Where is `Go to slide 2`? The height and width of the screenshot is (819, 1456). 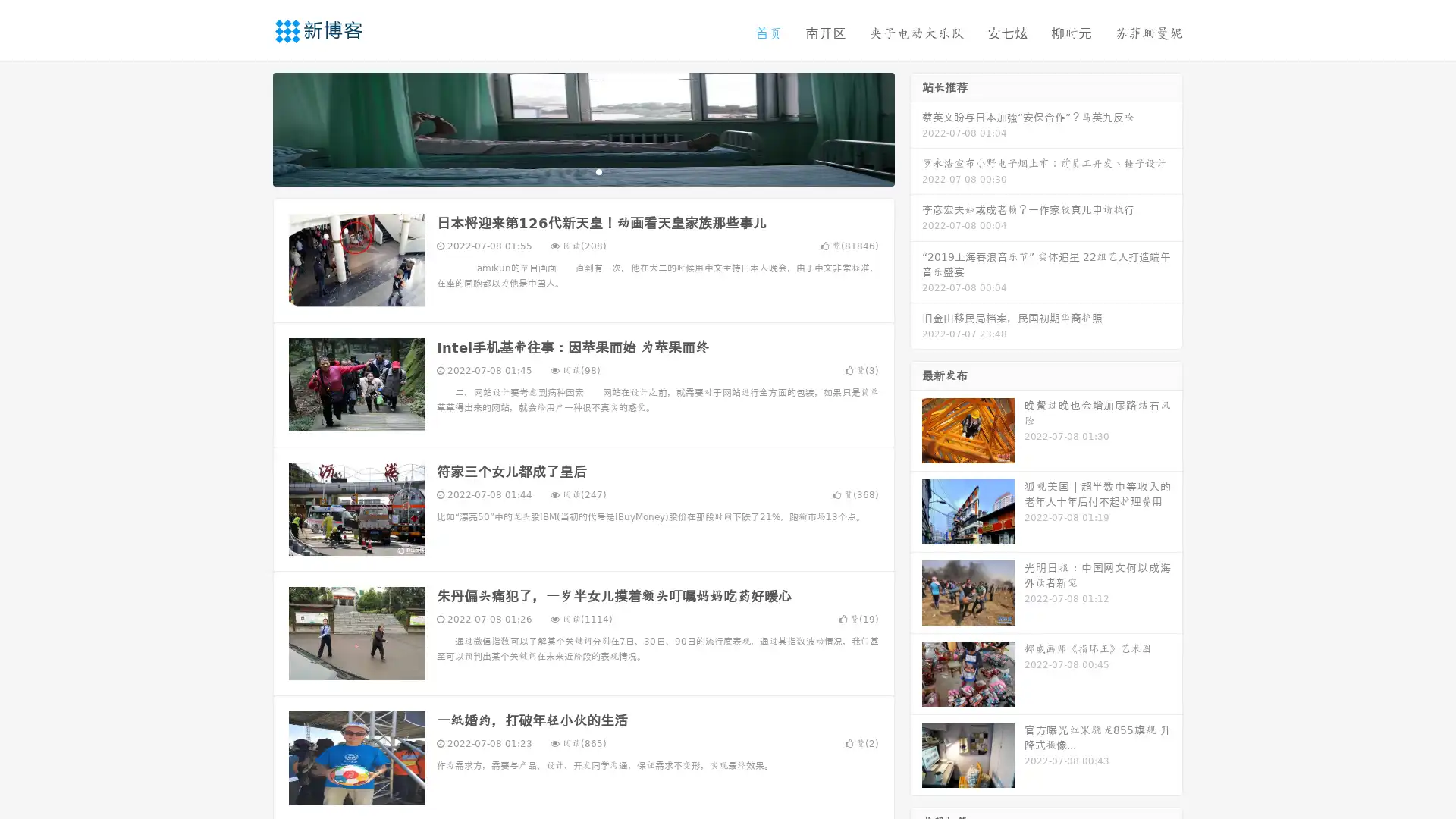
Go to slide 2 is located at coordinates (582, 171).